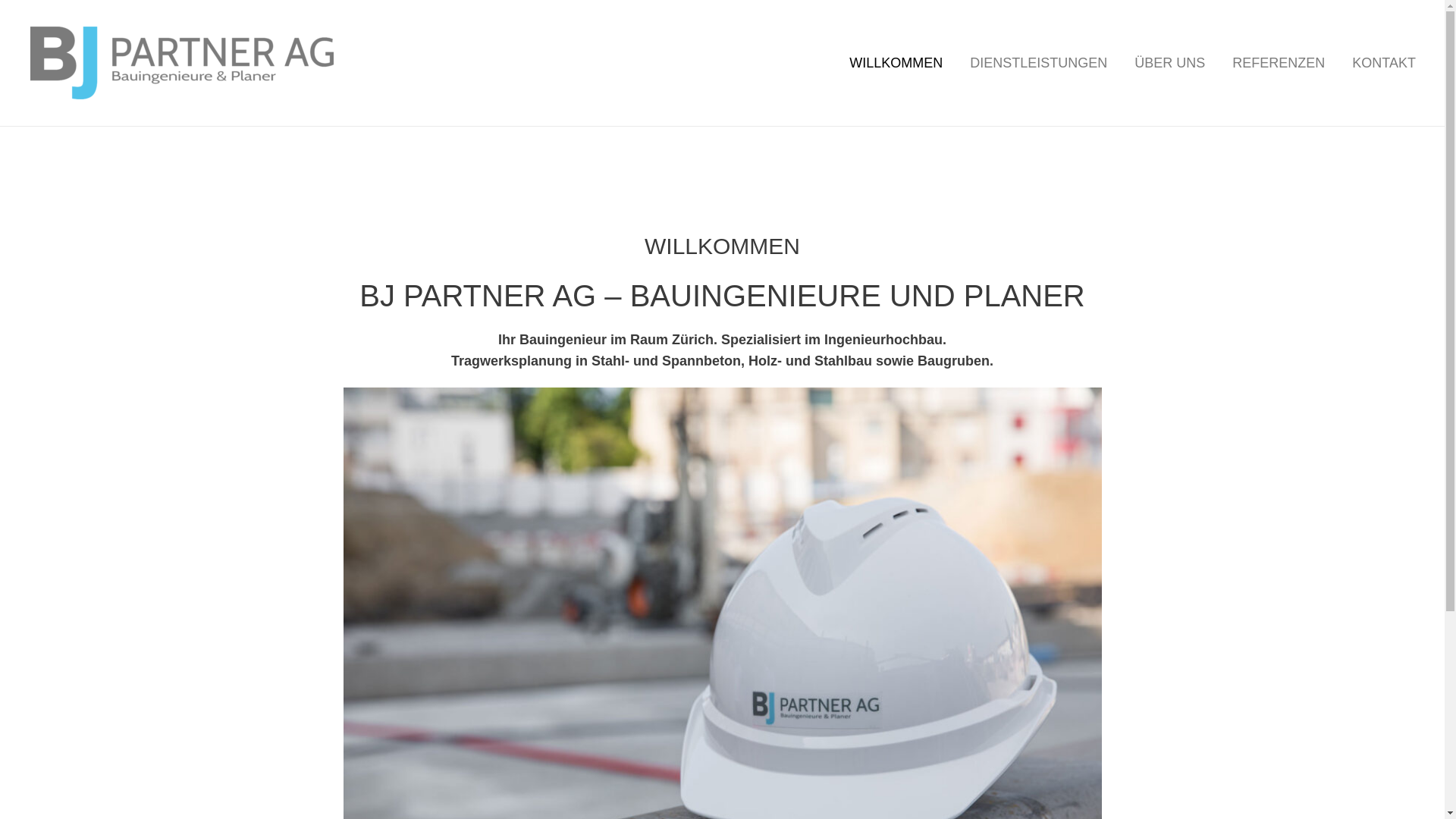  Describe the element at coordinates (896, 62) in the screenshot. I see `'WILLKOMMEN'` at that location.